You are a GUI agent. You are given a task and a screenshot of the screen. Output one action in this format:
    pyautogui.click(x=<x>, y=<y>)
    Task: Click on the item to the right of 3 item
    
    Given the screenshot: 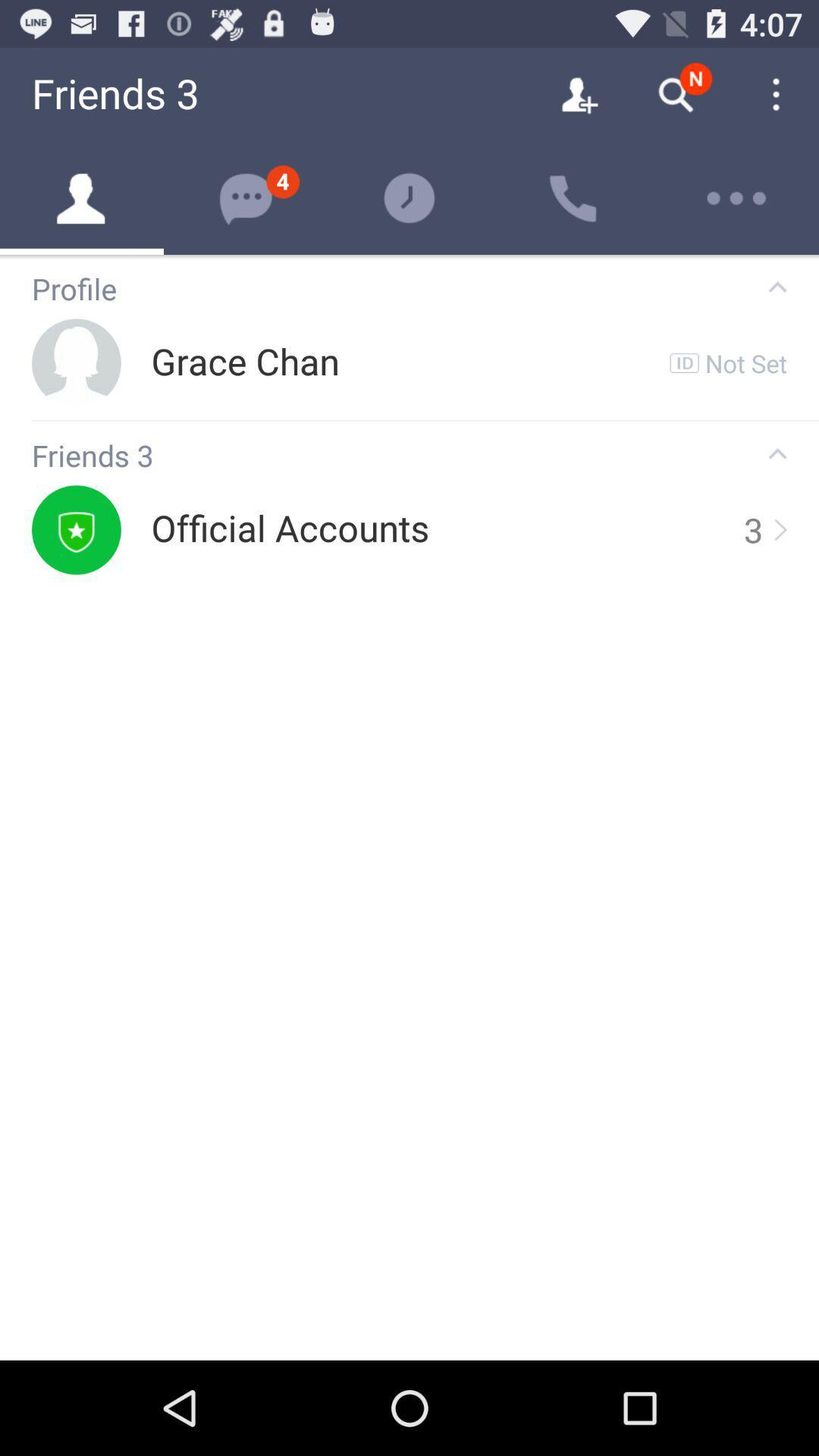 What is the action you would take?
    pyautogui.click(x=779, y=529)
    